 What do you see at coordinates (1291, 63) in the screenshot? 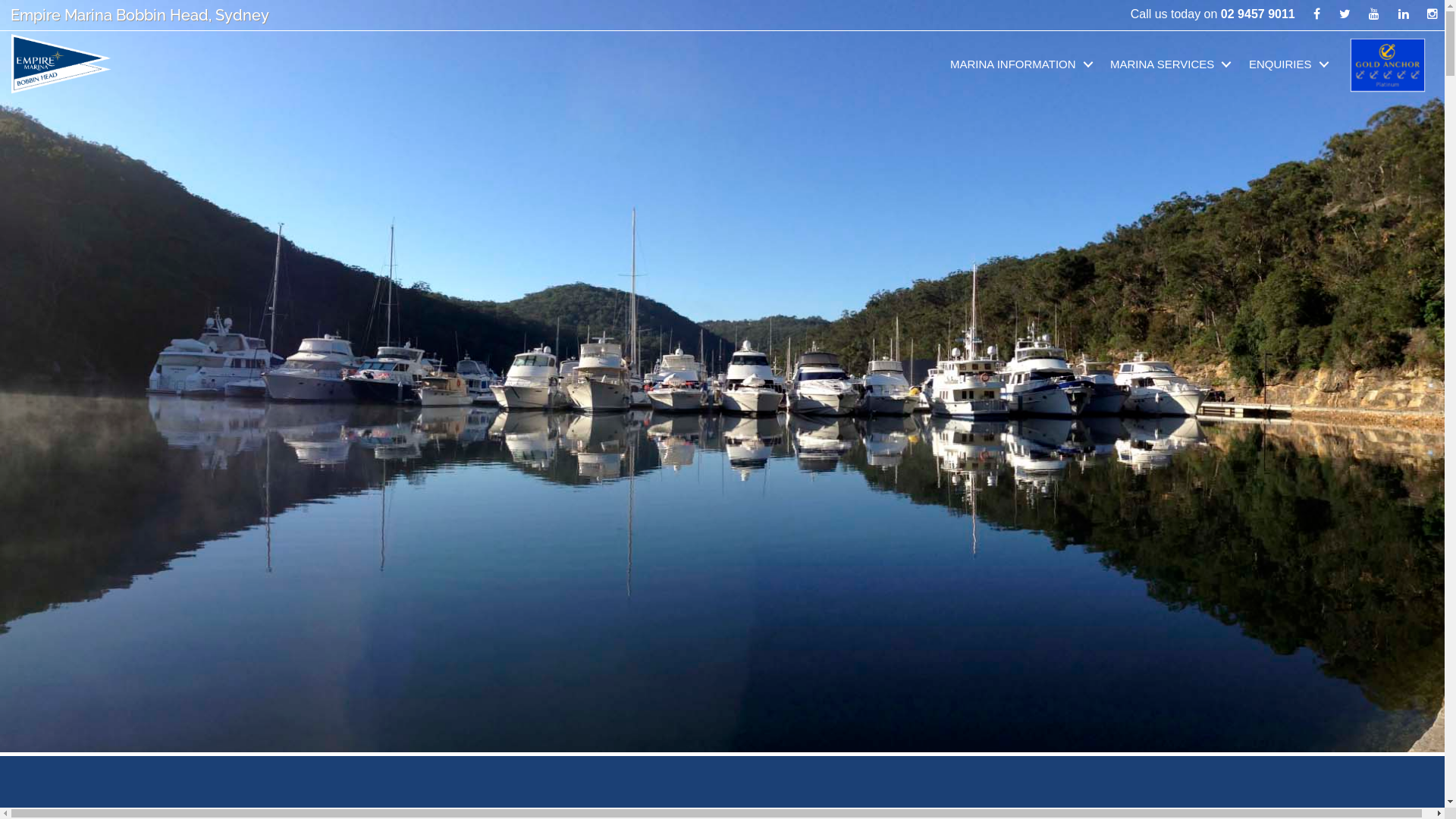
I see `'ENQUIRIES'` at bounding box center [1291, 63].